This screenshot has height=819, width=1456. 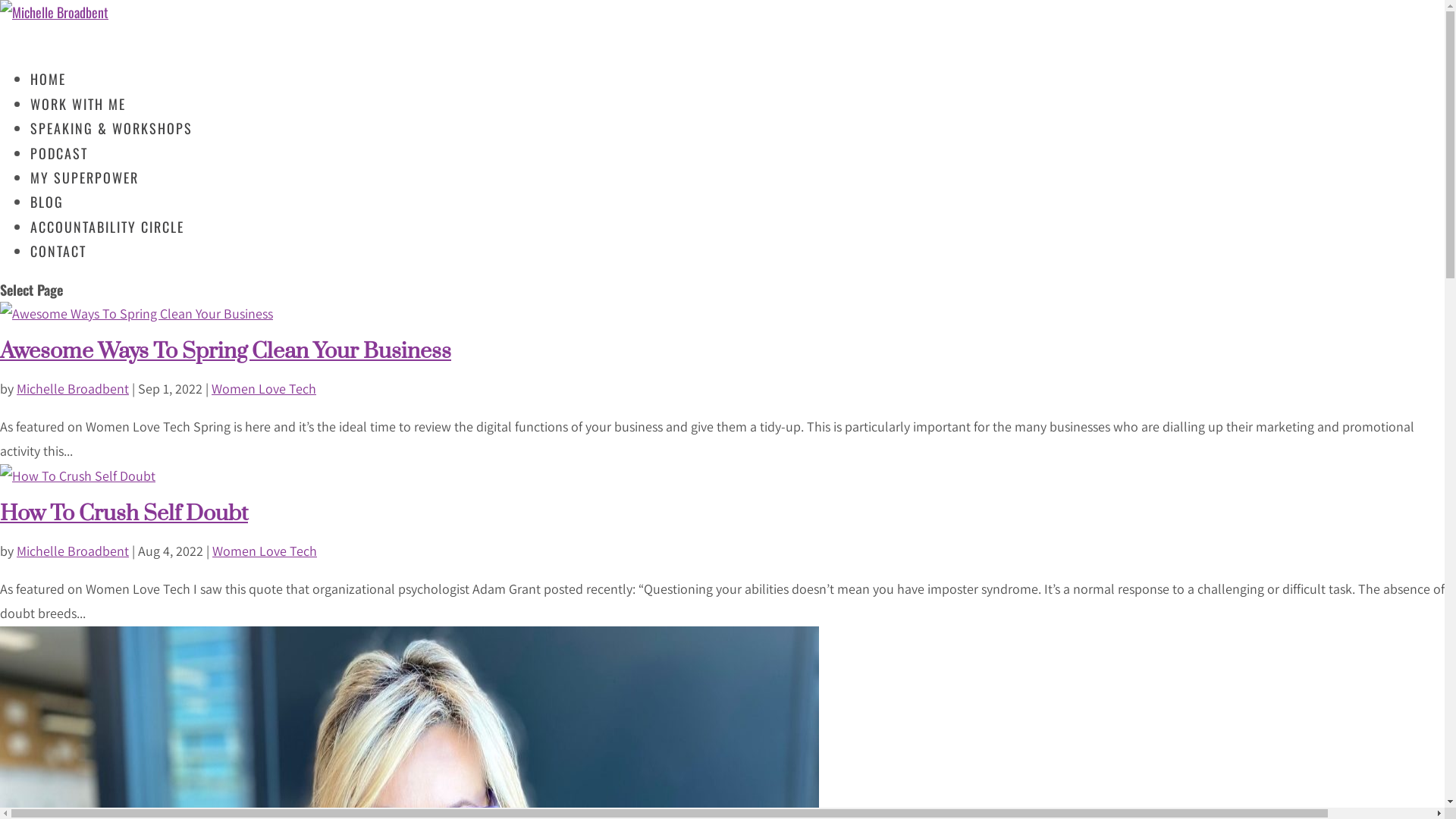 I want to click on 'SPEAKING & WORKSHOPS', so click(x=111, y=143).